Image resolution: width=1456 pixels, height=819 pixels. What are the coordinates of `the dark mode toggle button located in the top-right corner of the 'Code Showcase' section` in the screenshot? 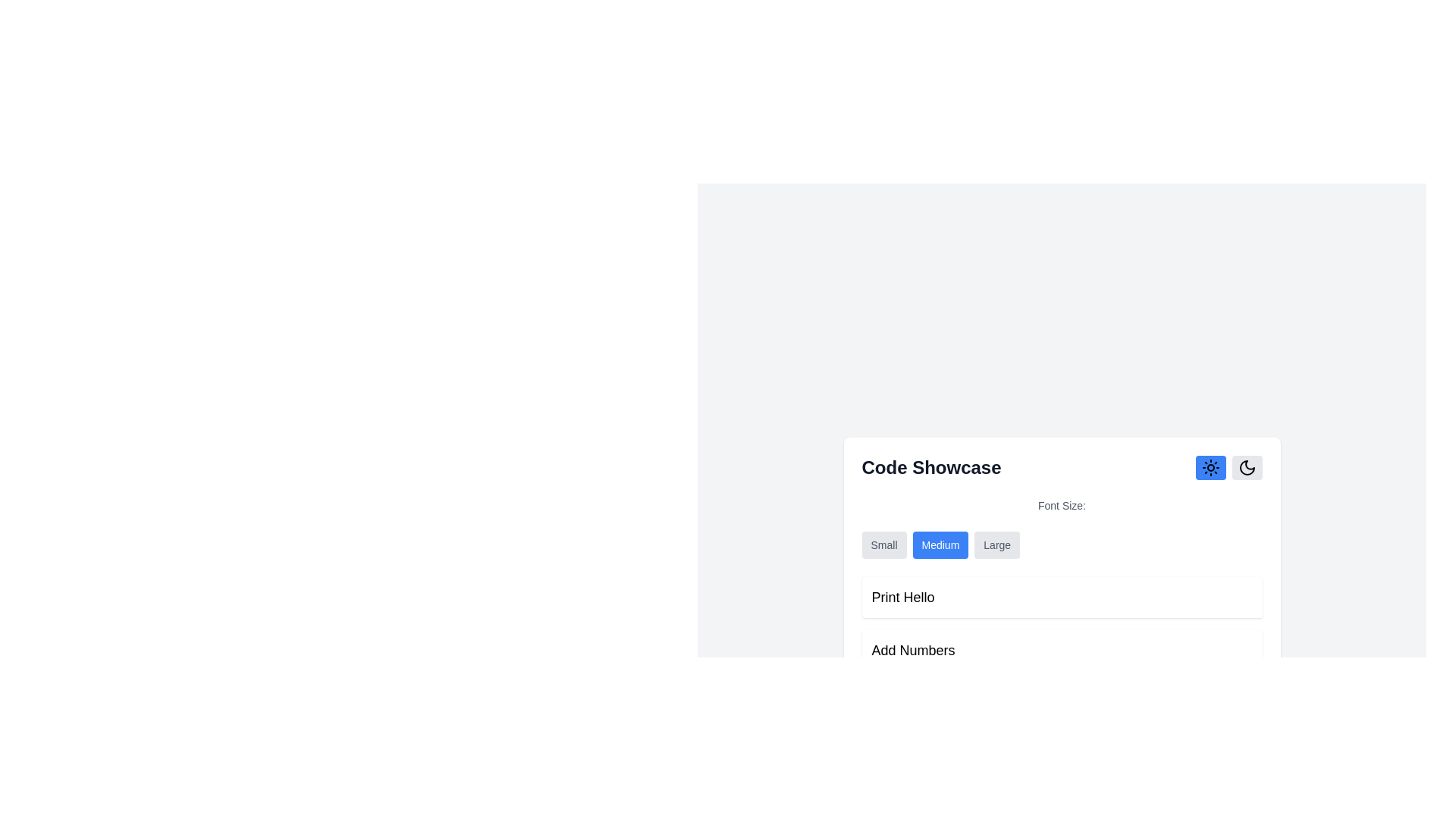 It's located at (1247, 467).